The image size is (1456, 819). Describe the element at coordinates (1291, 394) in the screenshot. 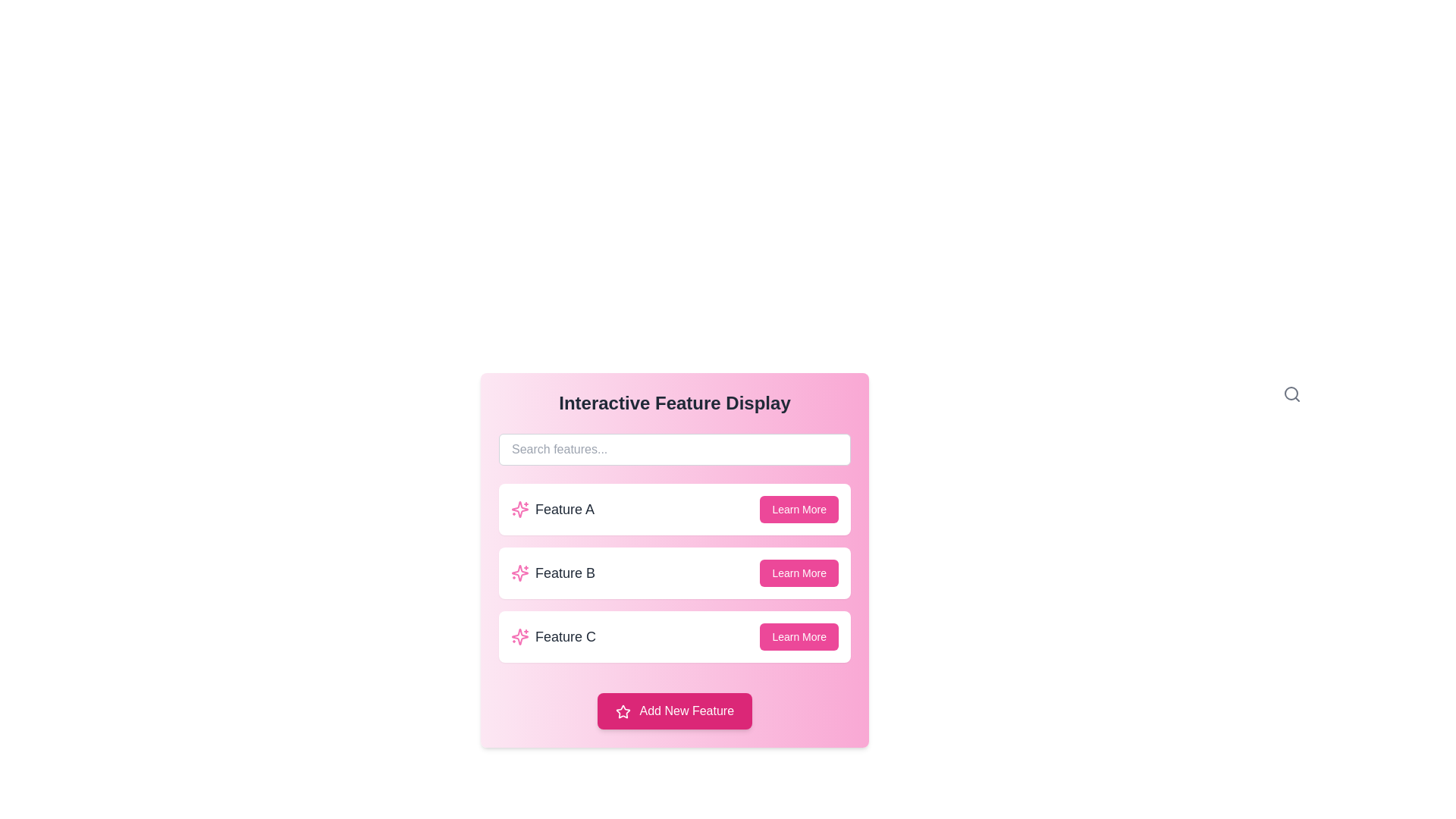

I see `the search icon represented by an SVG, which is positioned at the top right corner of the 'Search features...' text input field` at that location.